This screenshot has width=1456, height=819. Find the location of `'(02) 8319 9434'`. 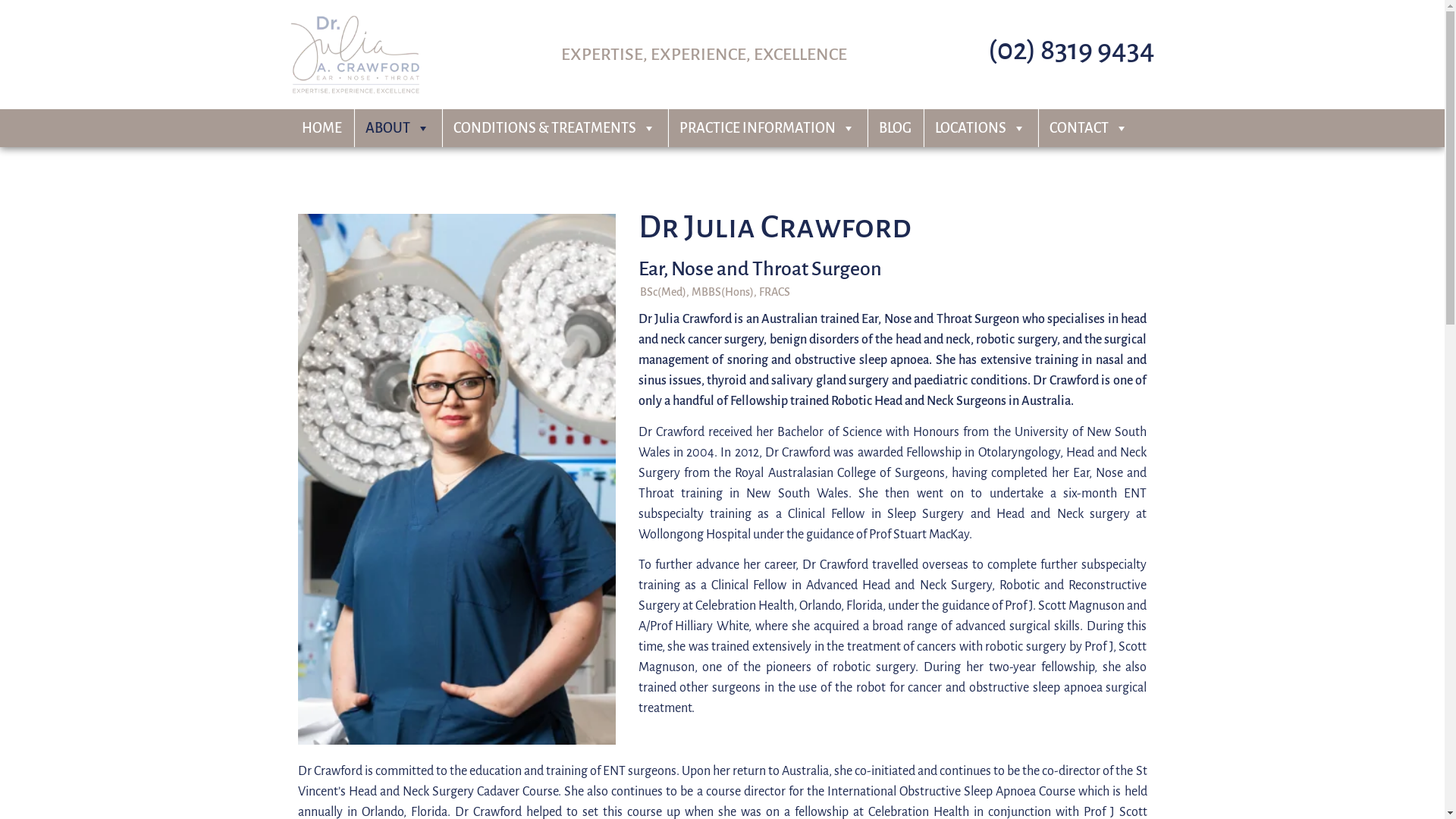

'(02) 8319 9434' is located at coordinates (1069, 49).